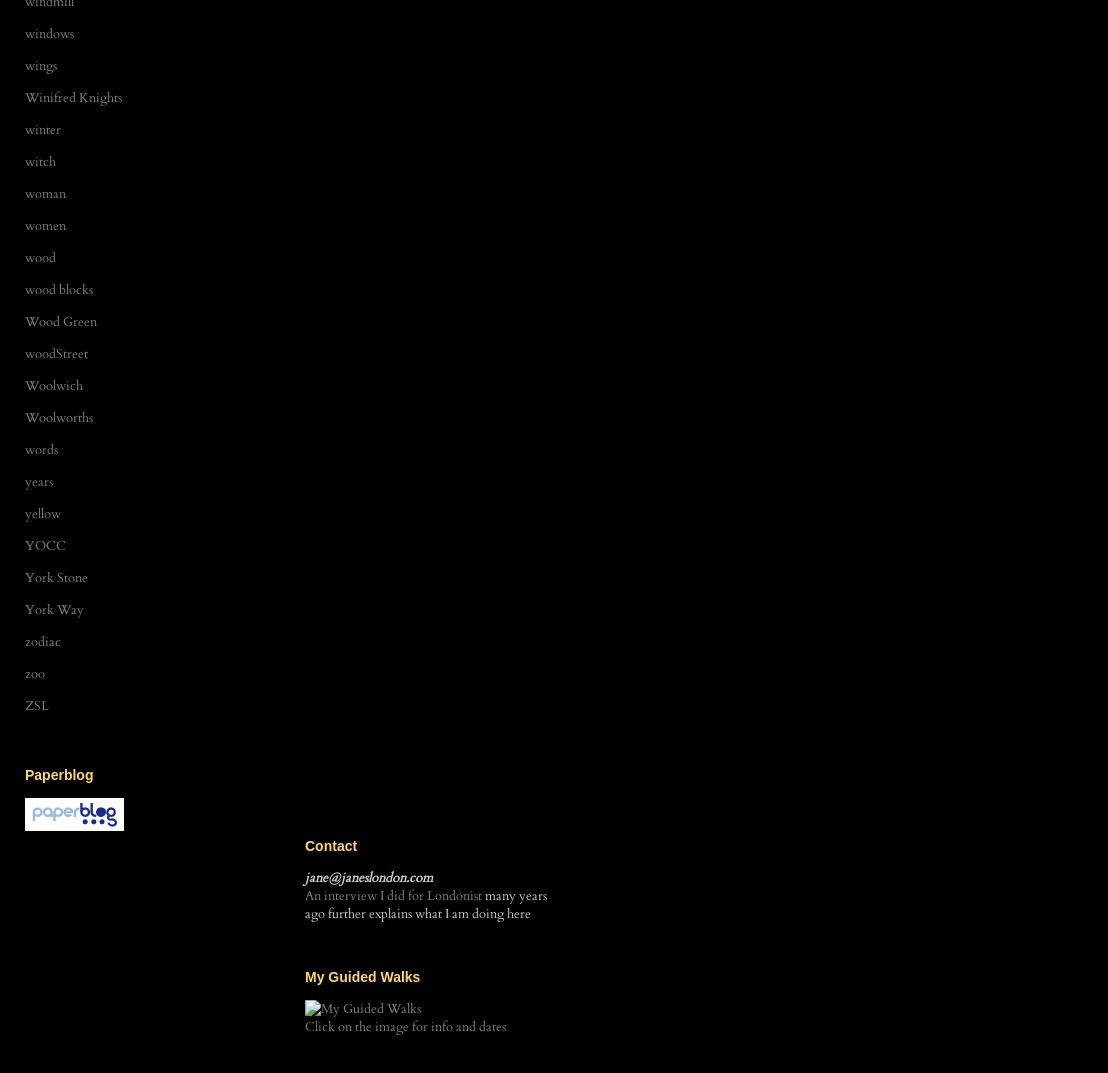 Image resolution: width=1108 pixels, height=1073 pixels. What do you see at coordinates (25, 576) in the screenshot?
I see `'York Stone'` at bounding box center [25, 576].